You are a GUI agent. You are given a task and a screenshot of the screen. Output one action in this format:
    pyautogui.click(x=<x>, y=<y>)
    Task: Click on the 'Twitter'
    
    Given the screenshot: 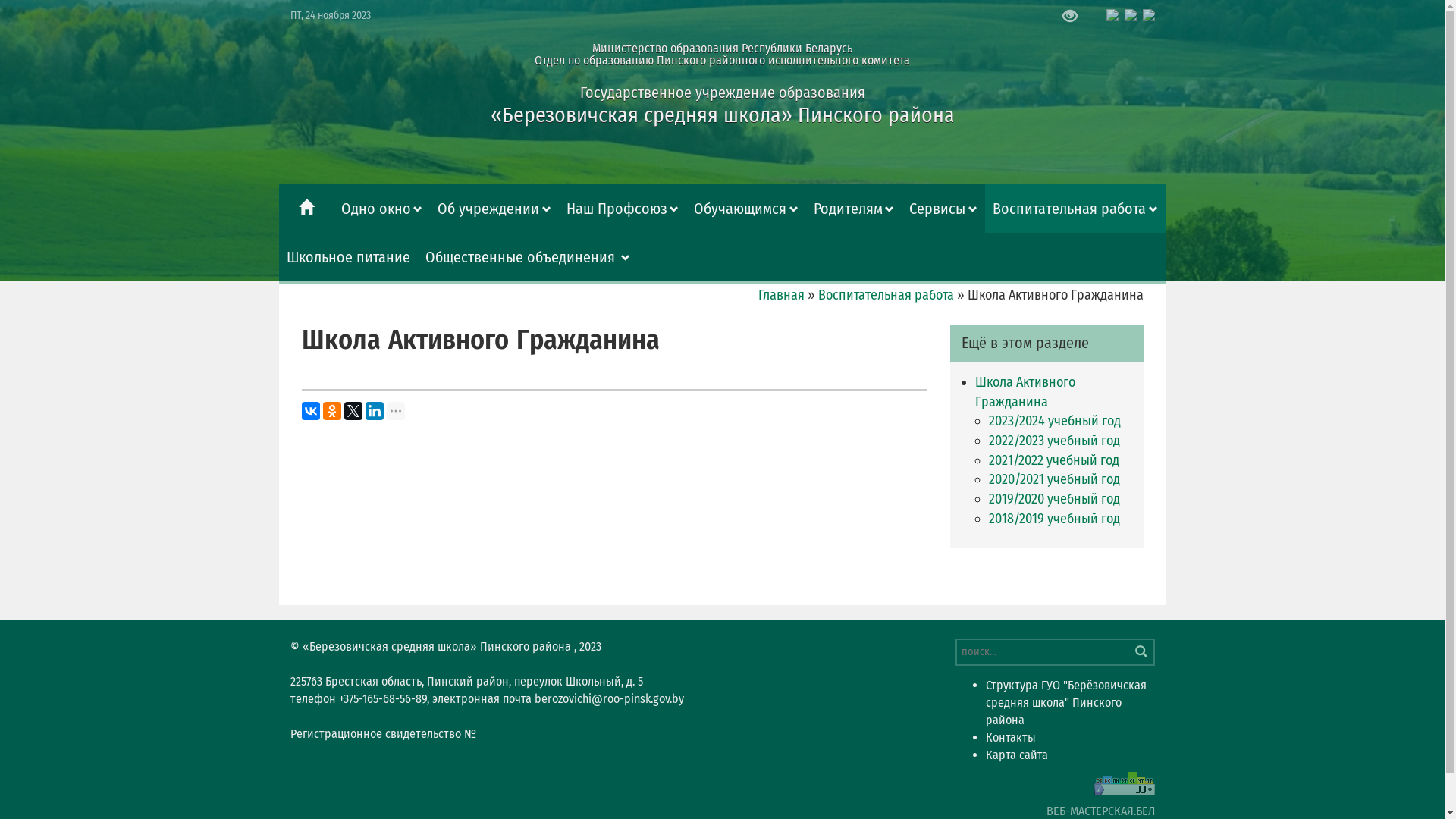 What is the action you would take?
    pyautogui.click(x=352, y=411)
    